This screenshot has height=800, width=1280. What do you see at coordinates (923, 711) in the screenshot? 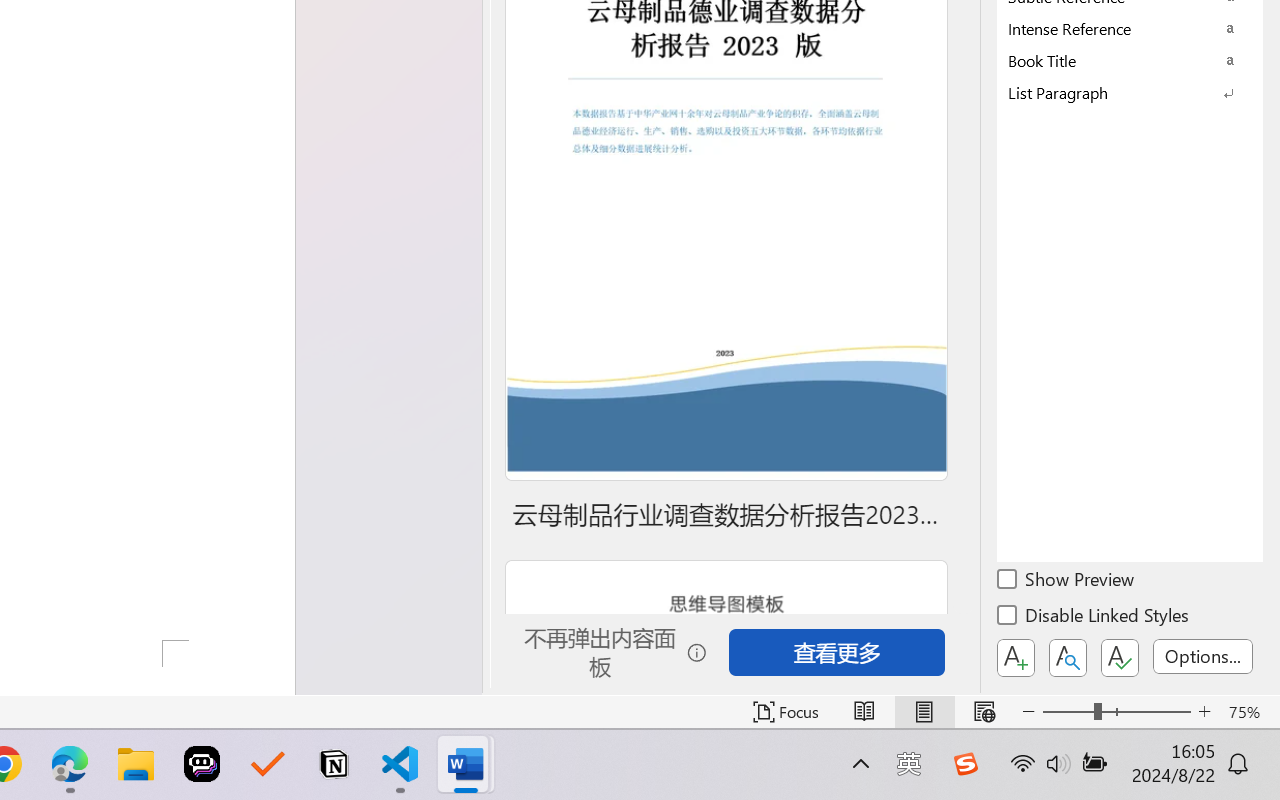
I see `'Print Layout'` at bounding box center [923, 711].